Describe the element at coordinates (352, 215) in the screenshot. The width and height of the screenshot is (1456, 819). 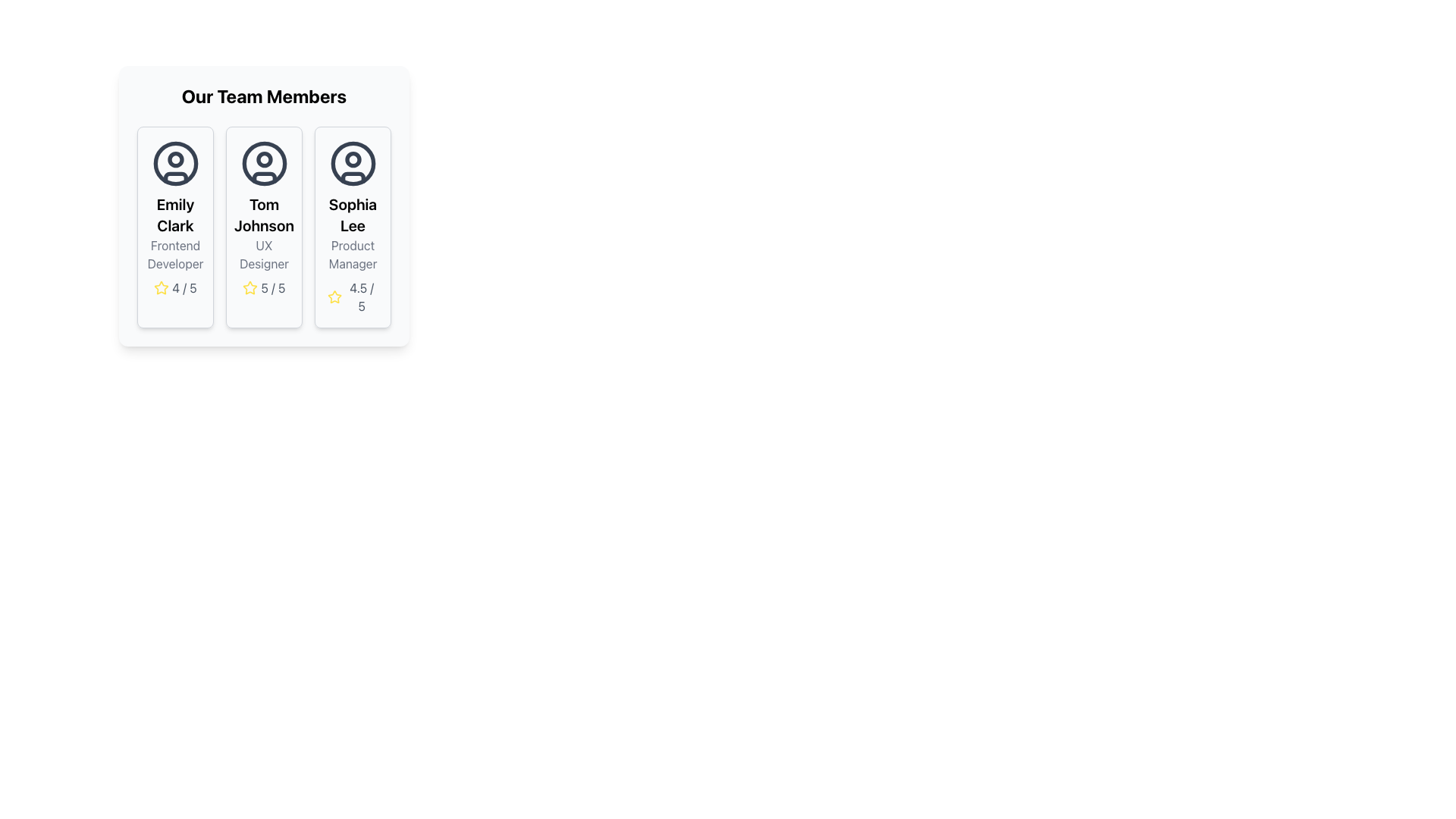
I see `the Static Text Label that displays the name of the individual, which is centered horizontally in the profile card, located below the avatar icon and above the 'Product Manager' text` at that location.